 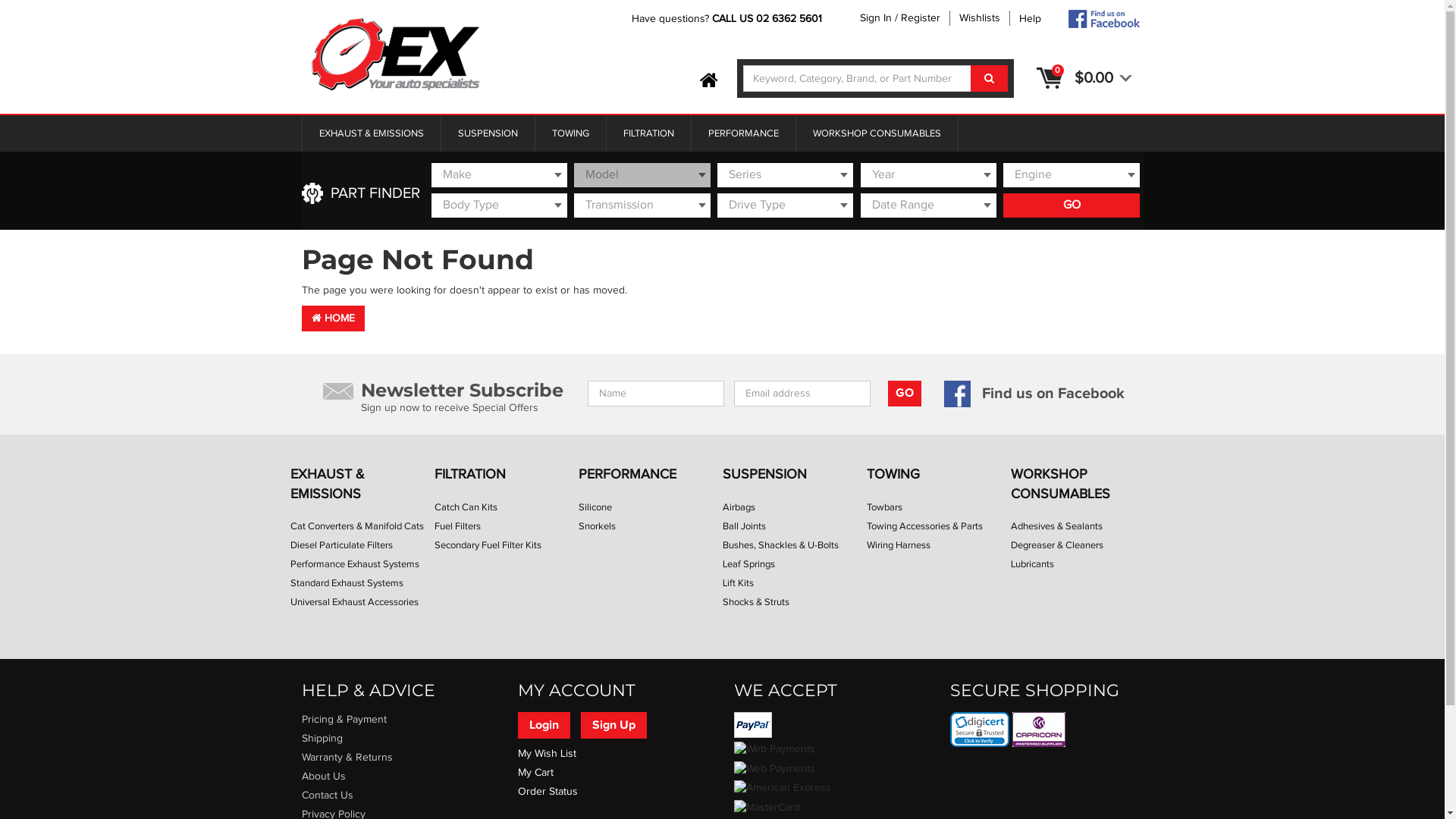 What do you see at coordinates (396, 55) in the screenshot?
I see `'O-EX AUTO Car Spare Parts'` at bounding box center [396, 55].